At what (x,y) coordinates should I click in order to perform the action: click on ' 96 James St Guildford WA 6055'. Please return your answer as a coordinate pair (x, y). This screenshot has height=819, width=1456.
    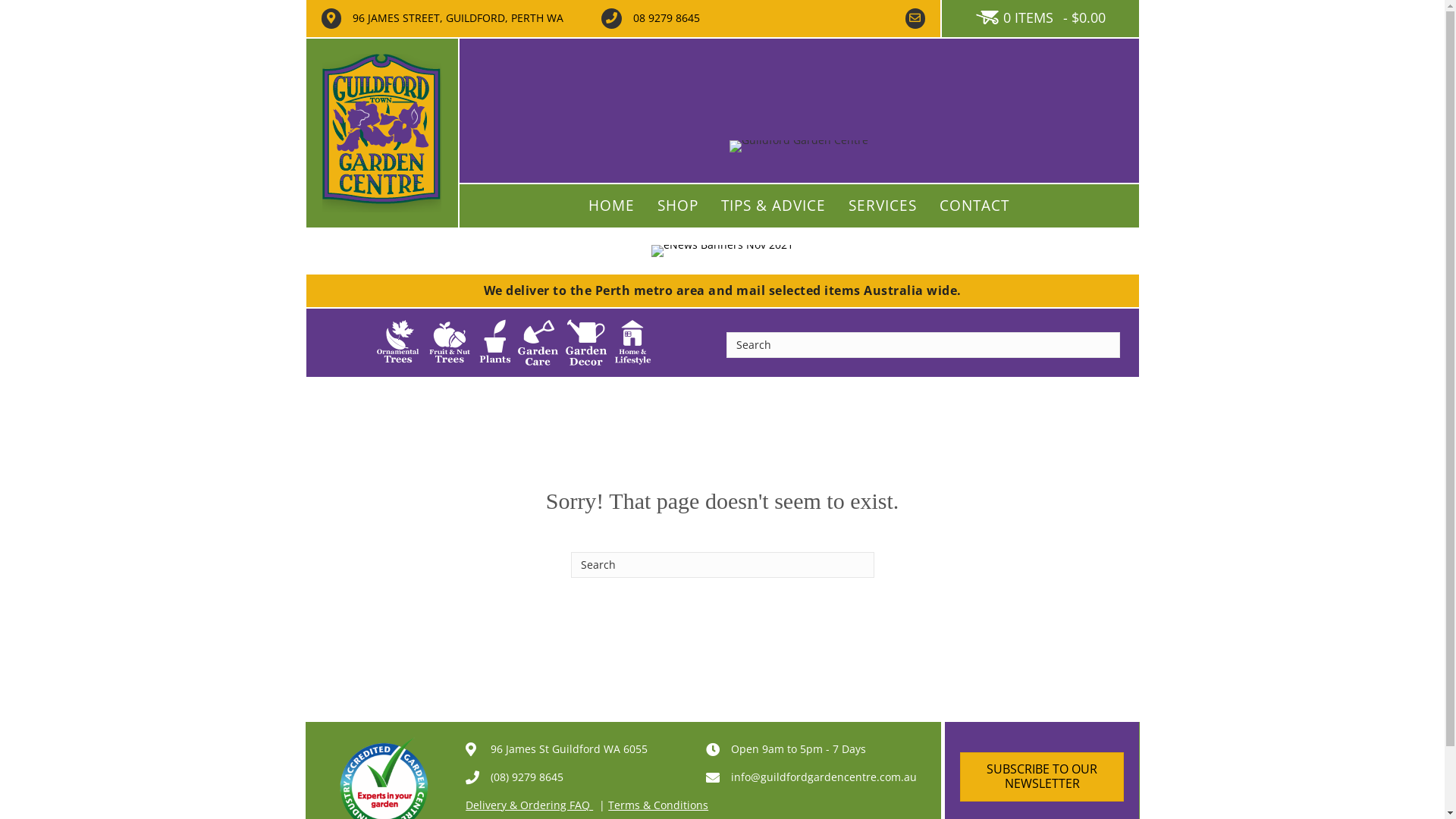
    Looking at the image, I should click on (566, 748).